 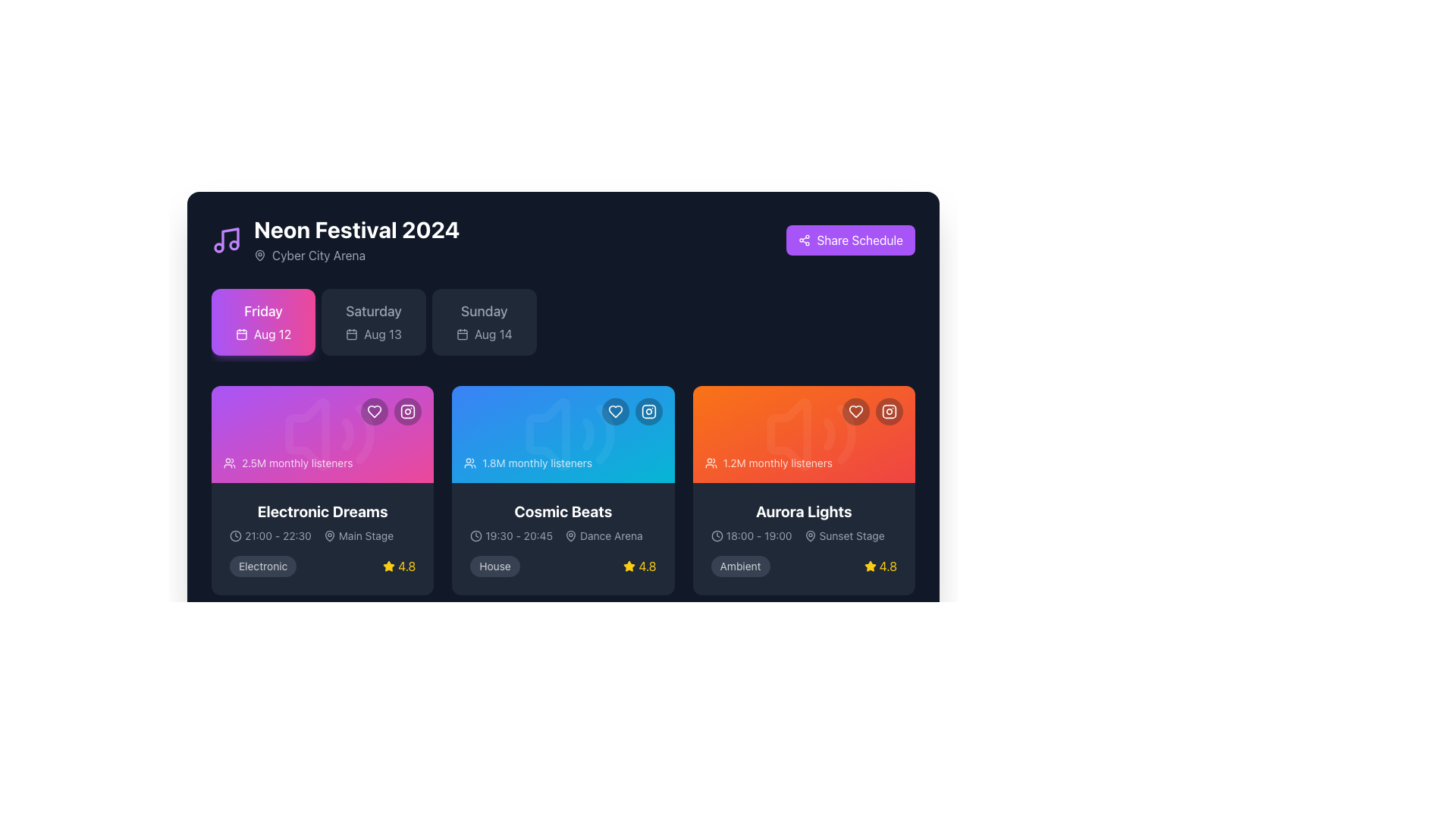 I want to click on the text label displaying 'Sunday', which is styled with a larger, medium-bold font in light gray against a darker background, located in the top-right corner of the festival day containers, so click(x=483, y=311).